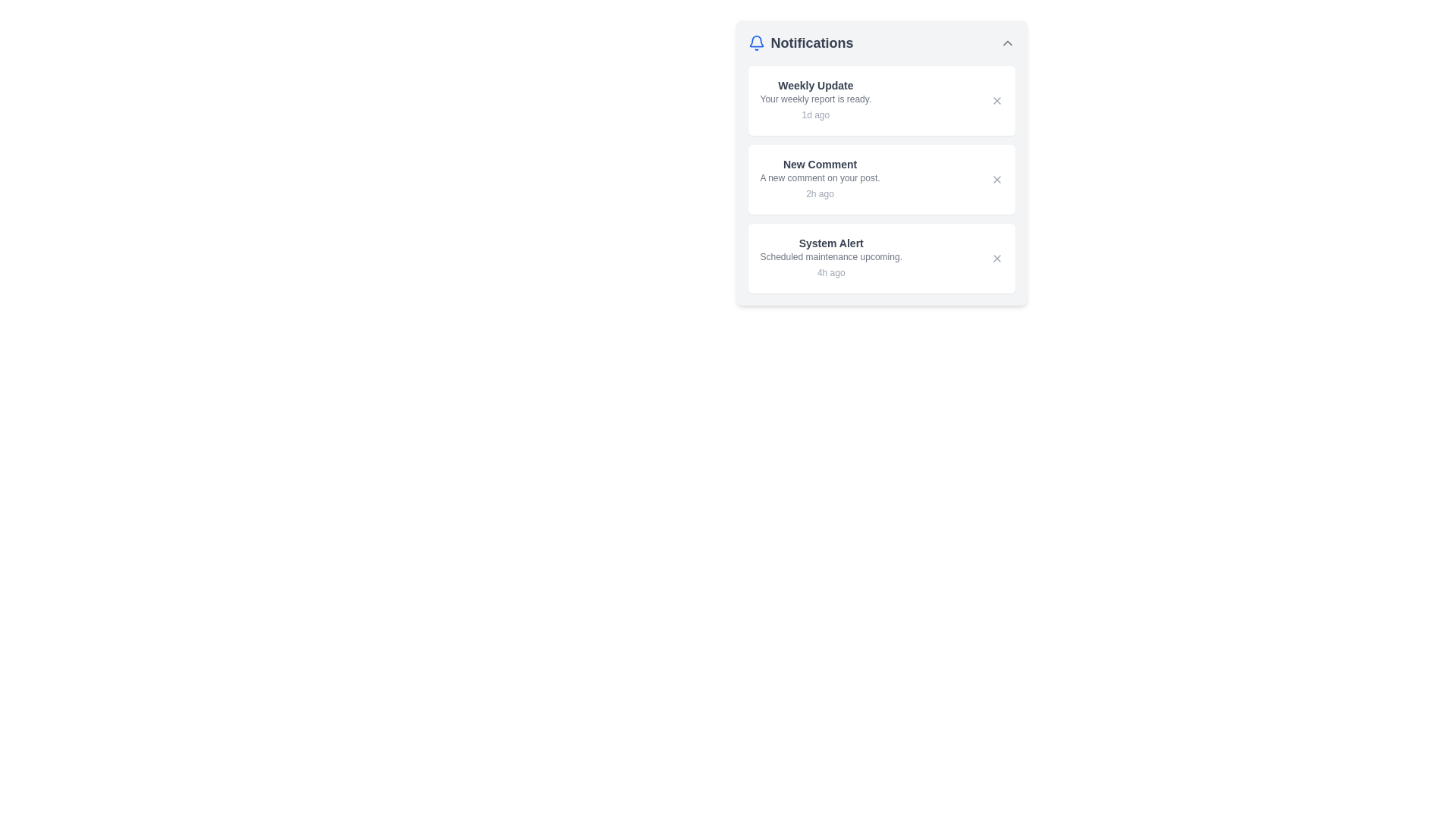  What do you see at coordinates (830, 242) in the screenshot?
I see `the 'System Alert' text label, which is a bold dark gray label positioned at the top of the notification panel and serves as a header for upcoming maintenance notifications` at bounding box center [830, 242].